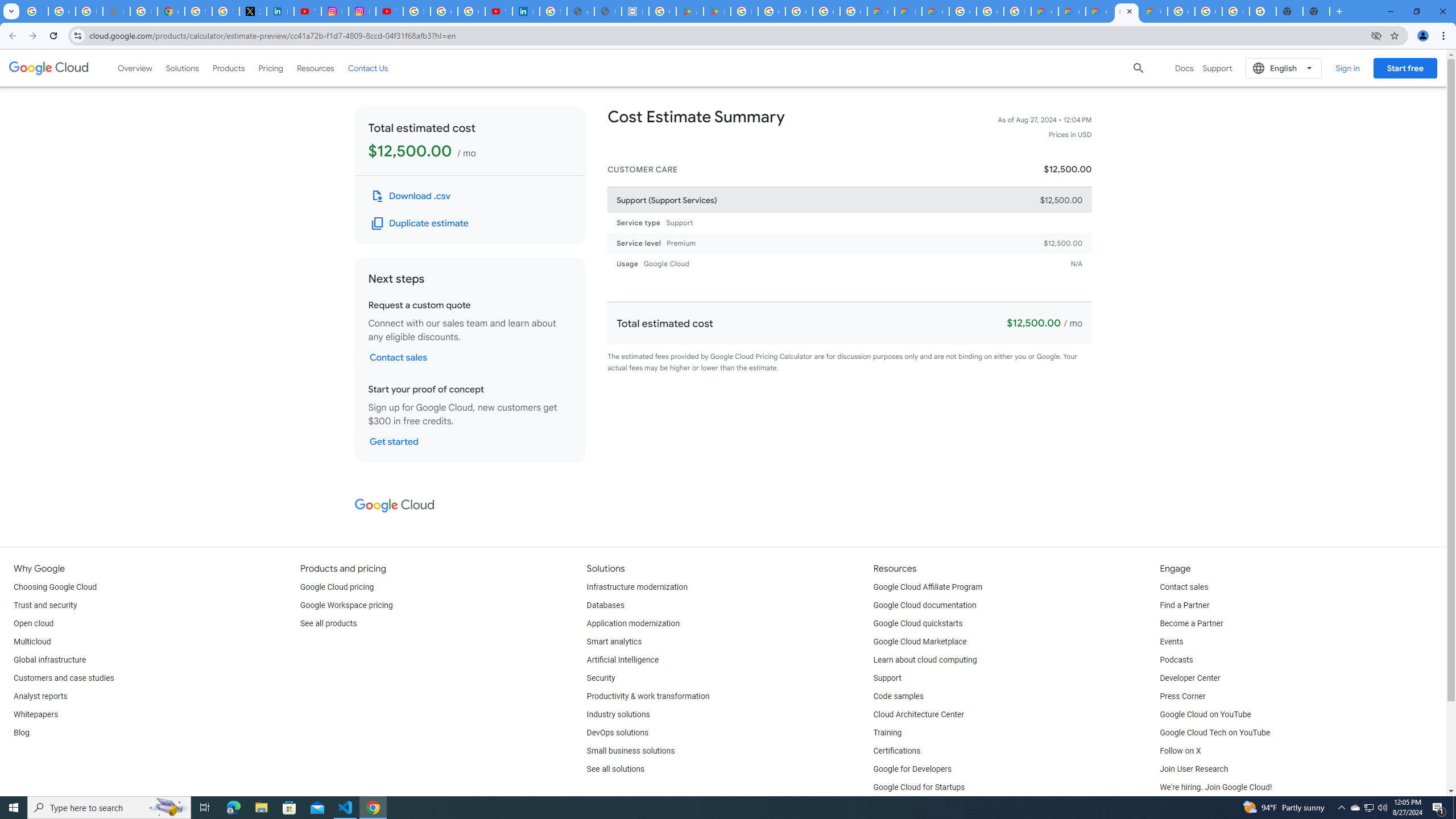  What do you see at coordinates (920, 641) in the screenshot?
I see `'Google Cloud Marketplace'` at bounding box center [920, 641].